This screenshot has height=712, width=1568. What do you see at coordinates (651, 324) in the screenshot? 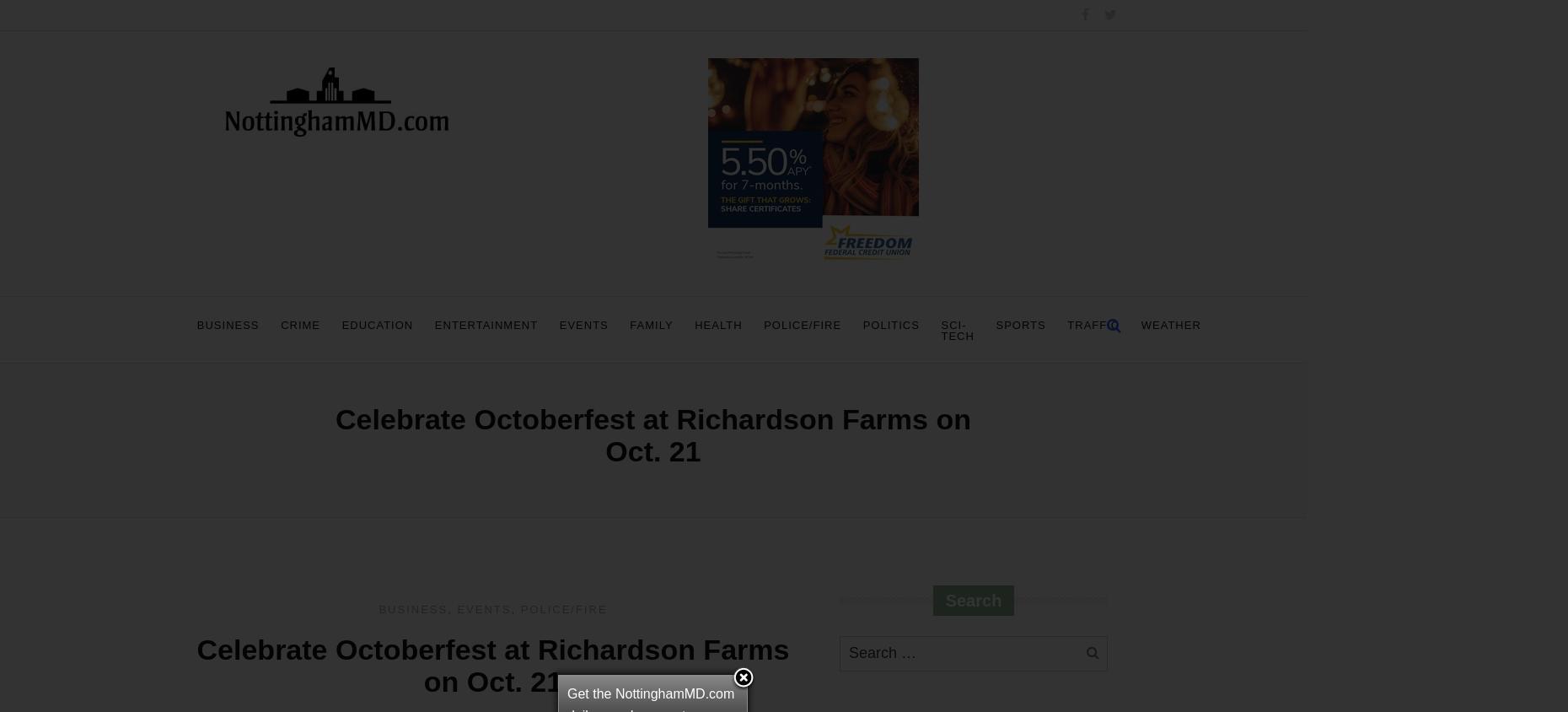
I see `'Family'` at bounding box center [651, 324].